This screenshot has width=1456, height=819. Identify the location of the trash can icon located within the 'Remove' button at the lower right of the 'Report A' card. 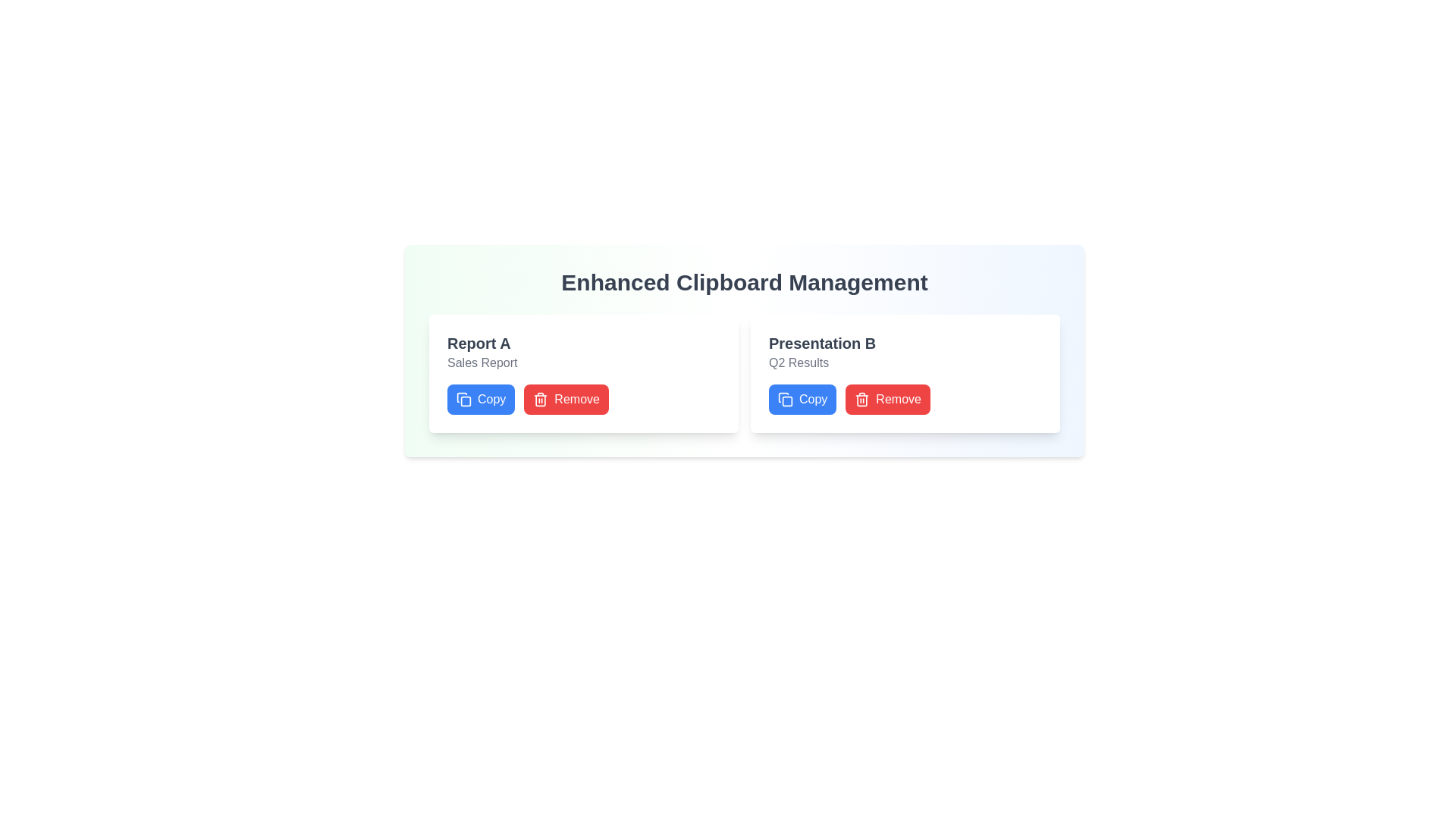
(541, 399).